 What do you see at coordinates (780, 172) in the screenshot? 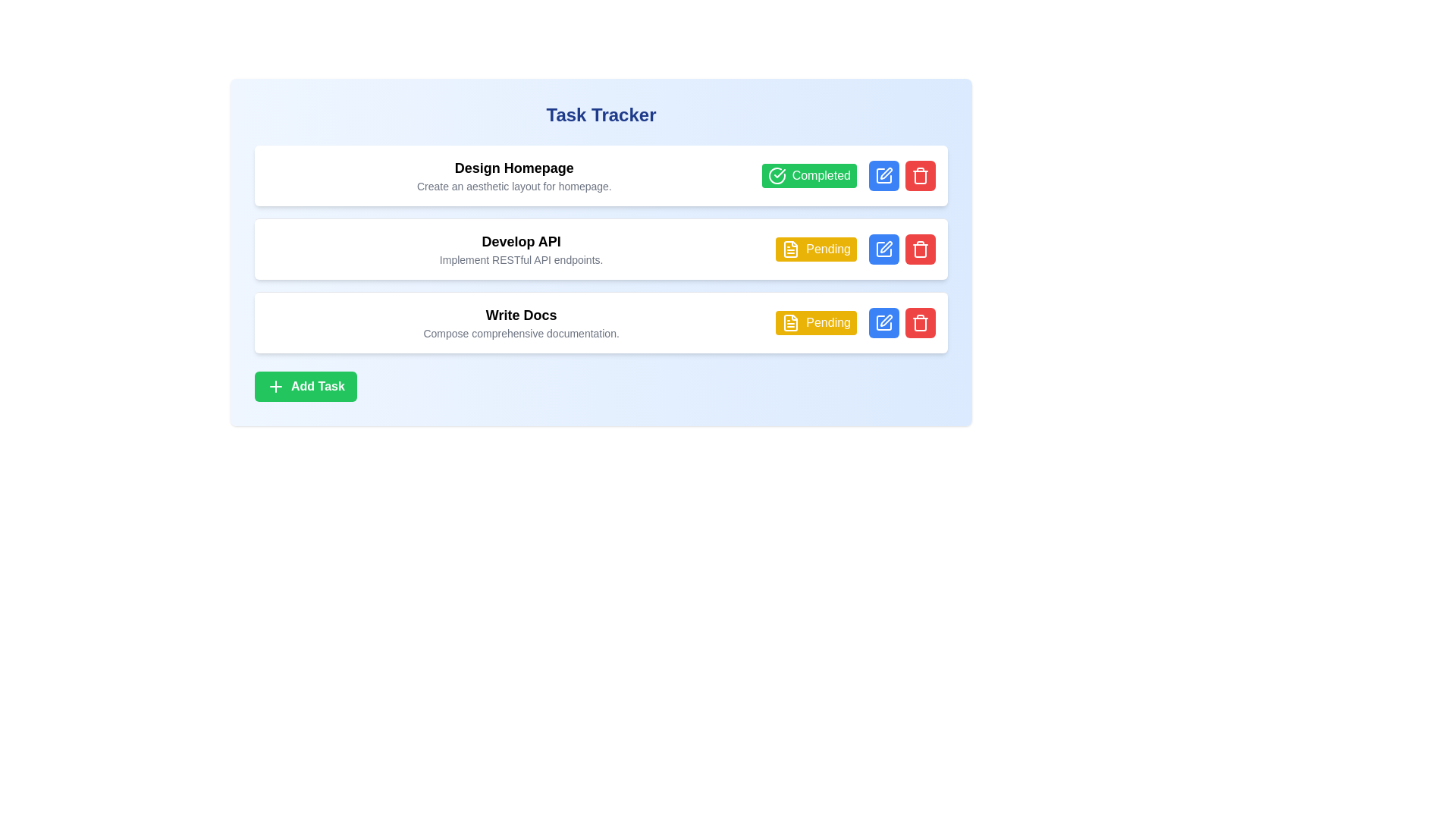
I see `the green checkmark icon within the circular completion indicator for the first task labeled 'Design Homepage'` at bounding box center [780, 172].